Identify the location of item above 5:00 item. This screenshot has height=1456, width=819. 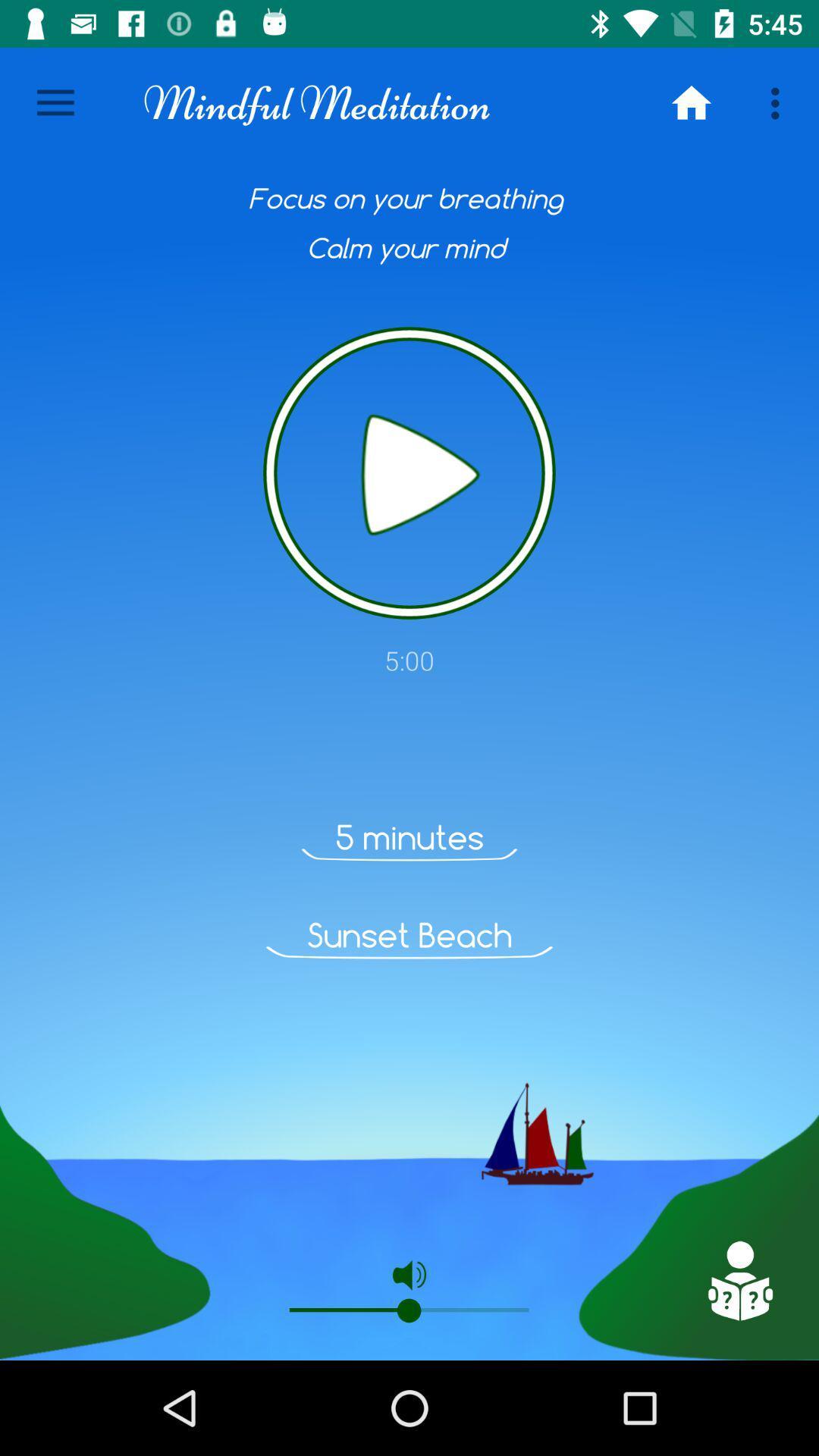
(409, 472).